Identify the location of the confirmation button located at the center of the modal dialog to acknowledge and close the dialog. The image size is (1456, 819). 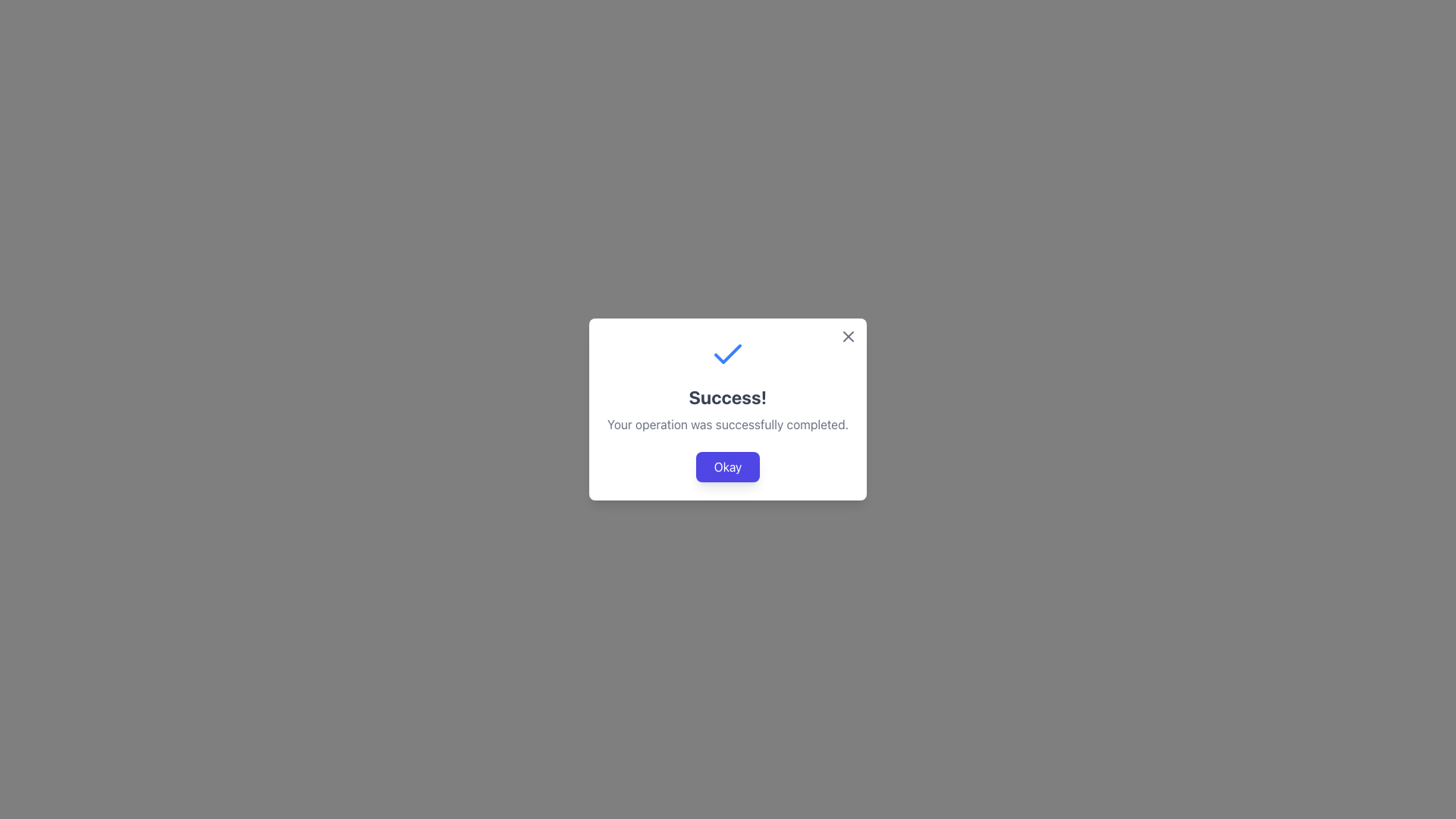
(728, 466).